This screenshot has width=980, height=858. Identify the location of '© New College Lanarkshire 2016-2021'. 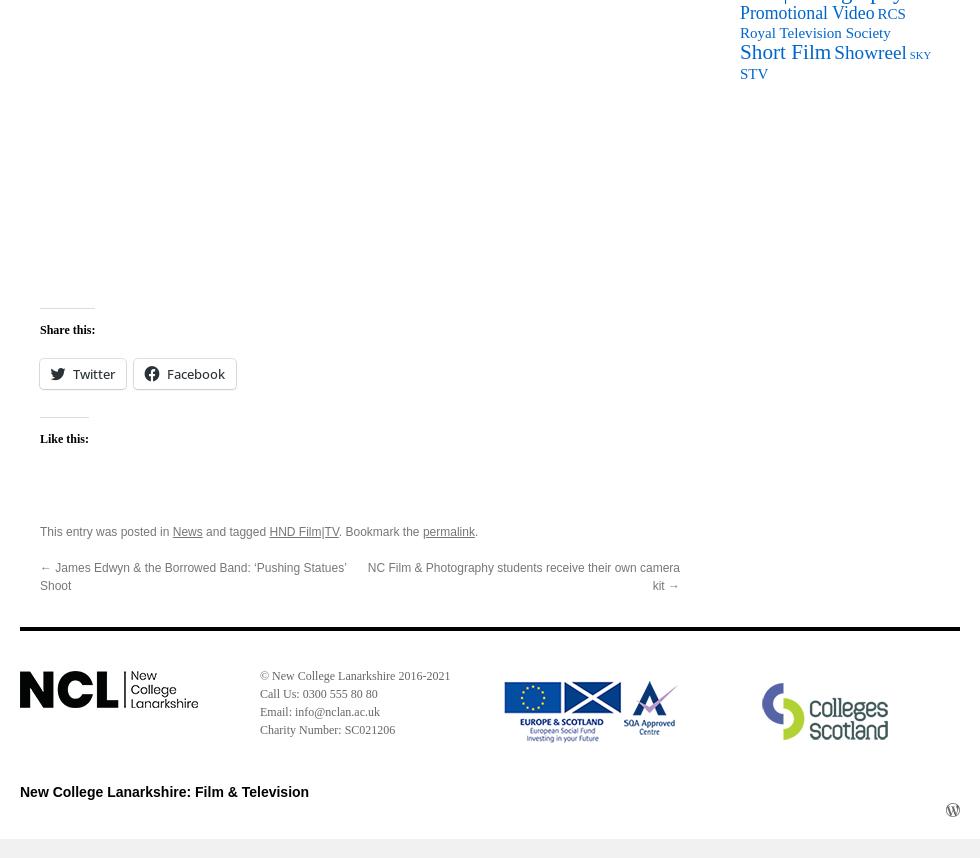
(259, 675).